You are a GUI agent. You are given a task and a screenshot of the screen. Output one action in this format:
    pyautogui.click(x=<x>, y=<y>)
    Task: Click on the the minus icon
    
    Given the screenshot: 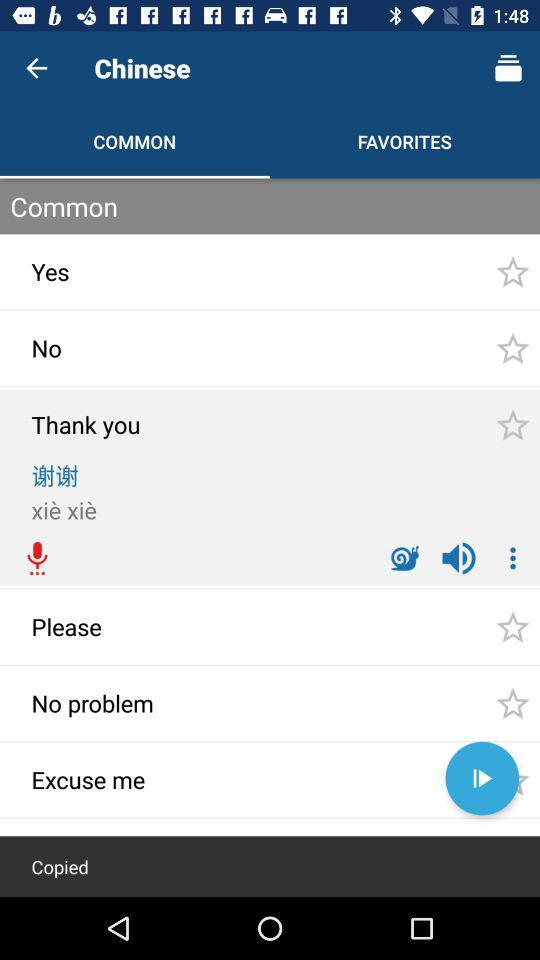 What is the action you would take?
    pyautogui.click(x=481, y=839)
    